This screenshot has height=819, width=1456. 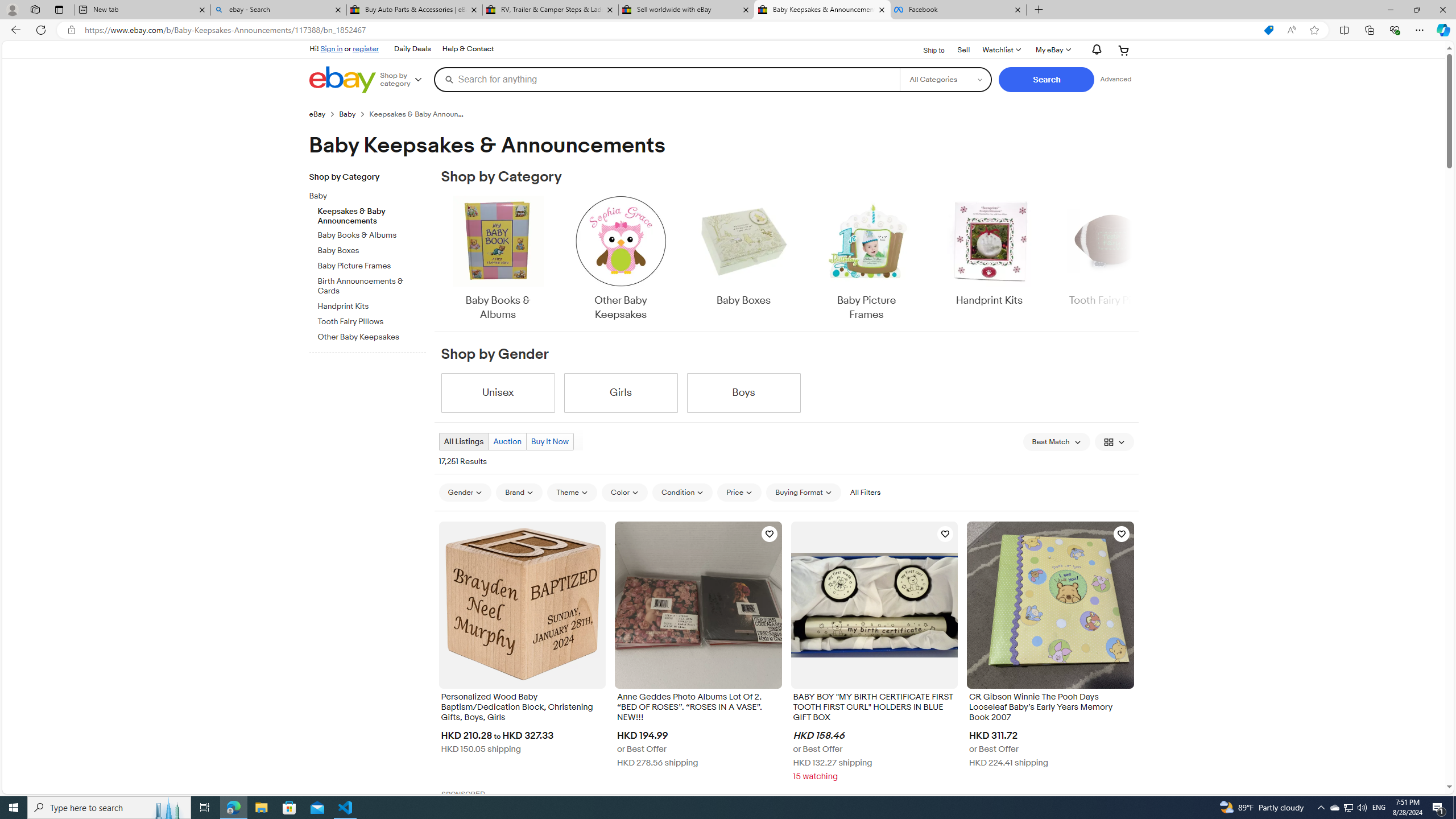 I want to click on 'Other Baby Keepsakes', so click(x=621, y=259).